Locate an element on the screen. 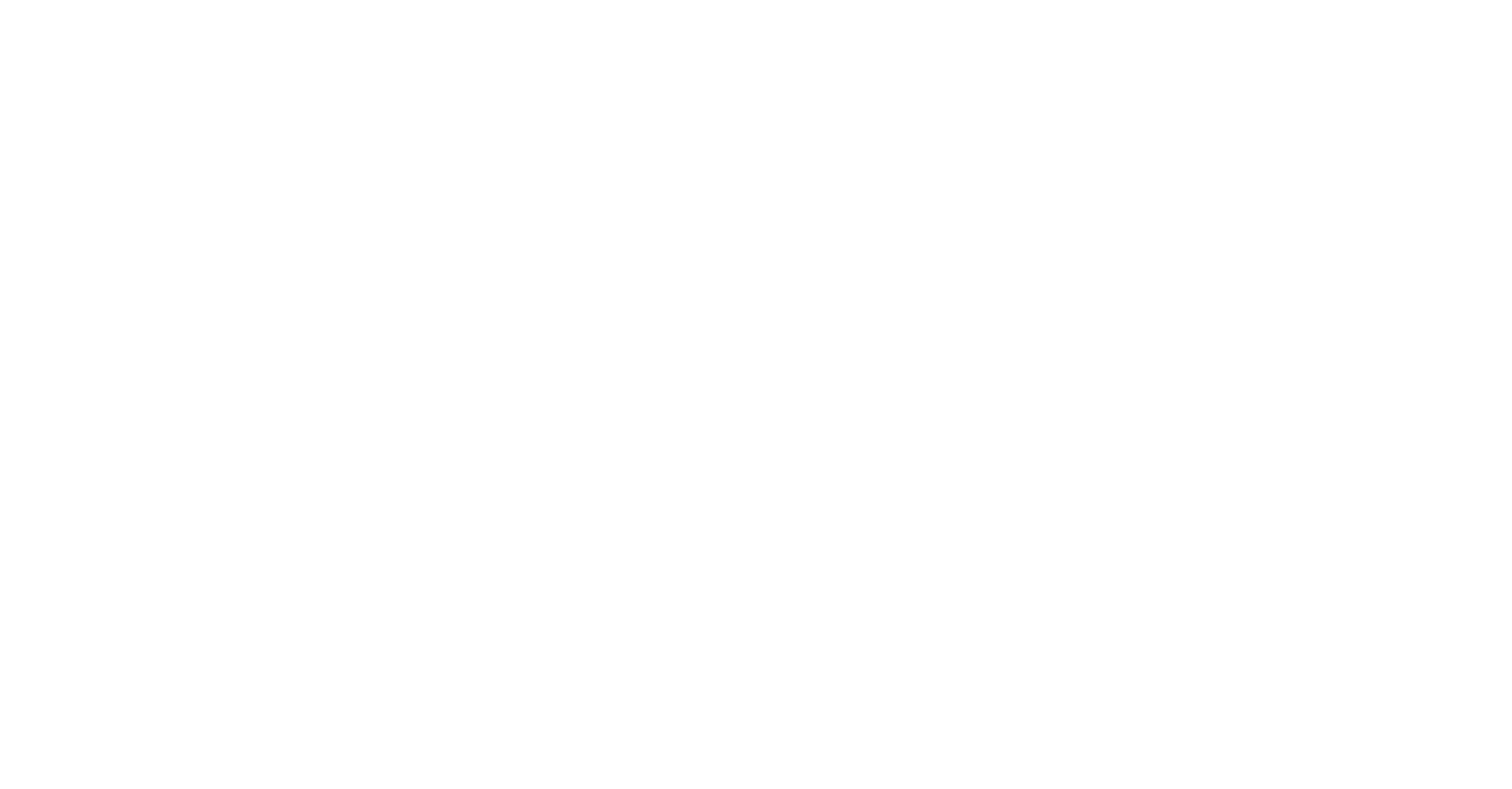 Image resolution: width=1512 pixels, height=789 pixels. 'Bildung, Studium, Forschung' is located at coordinates (1424, 248).